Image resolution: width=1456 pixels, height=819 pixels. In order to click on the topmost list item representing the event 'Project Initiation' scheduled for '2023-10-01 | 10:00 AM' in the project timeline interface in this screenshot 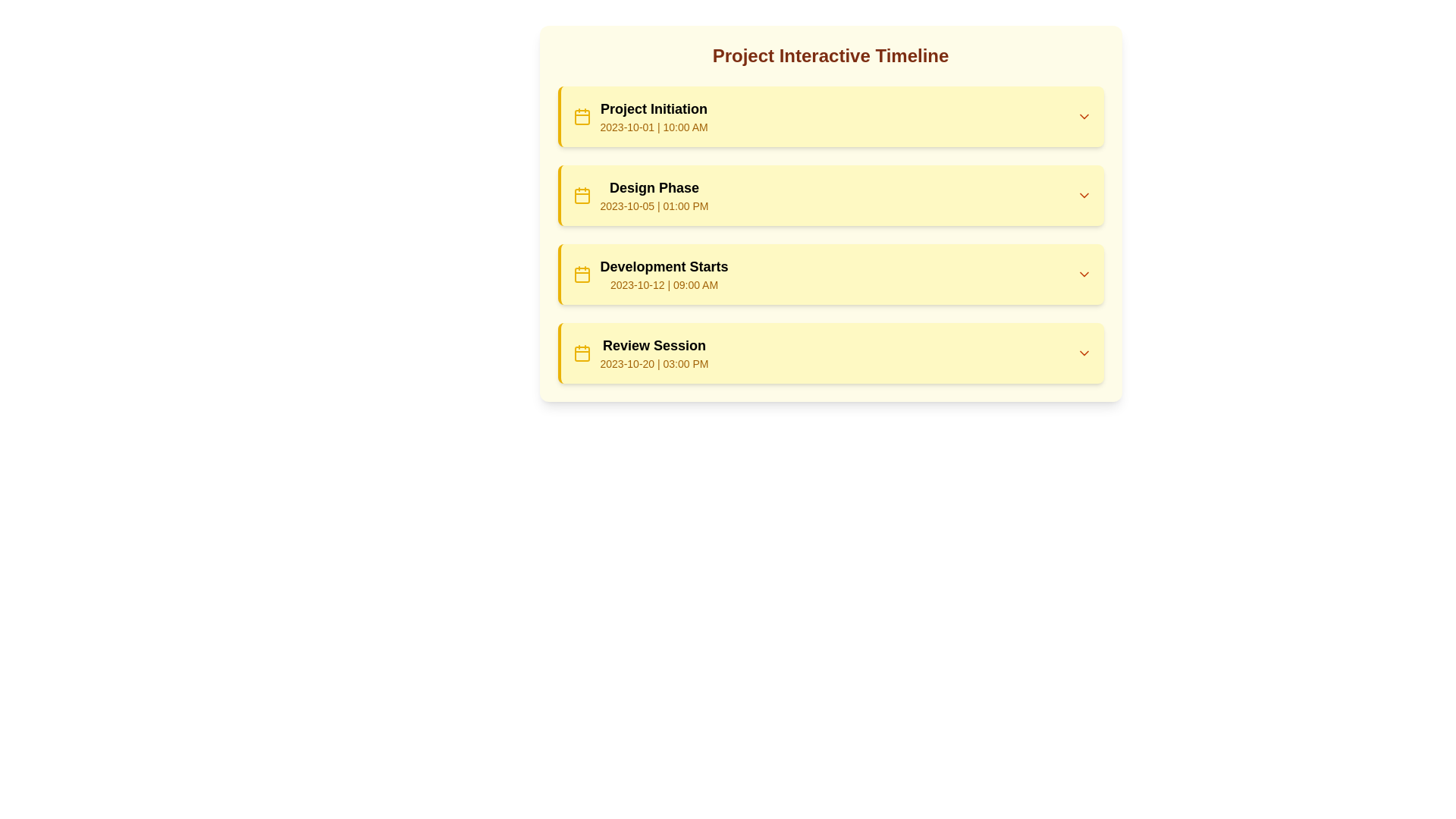, I will do `click(640, 116)`.